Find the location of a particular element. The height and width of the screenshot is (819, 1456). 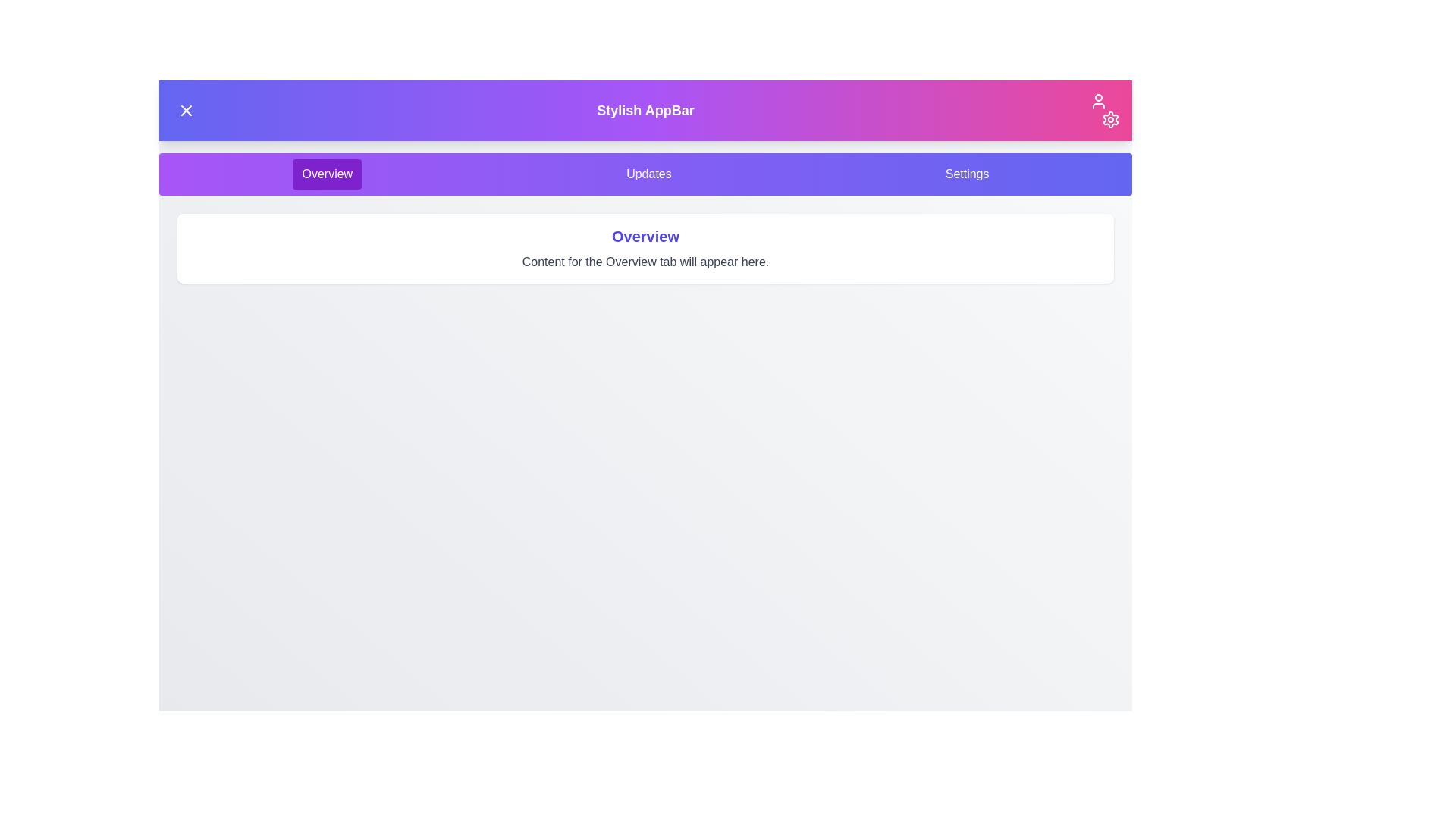

the tab labeled Overview to observe its associated gradient and content is located at coordinates (326, 174).